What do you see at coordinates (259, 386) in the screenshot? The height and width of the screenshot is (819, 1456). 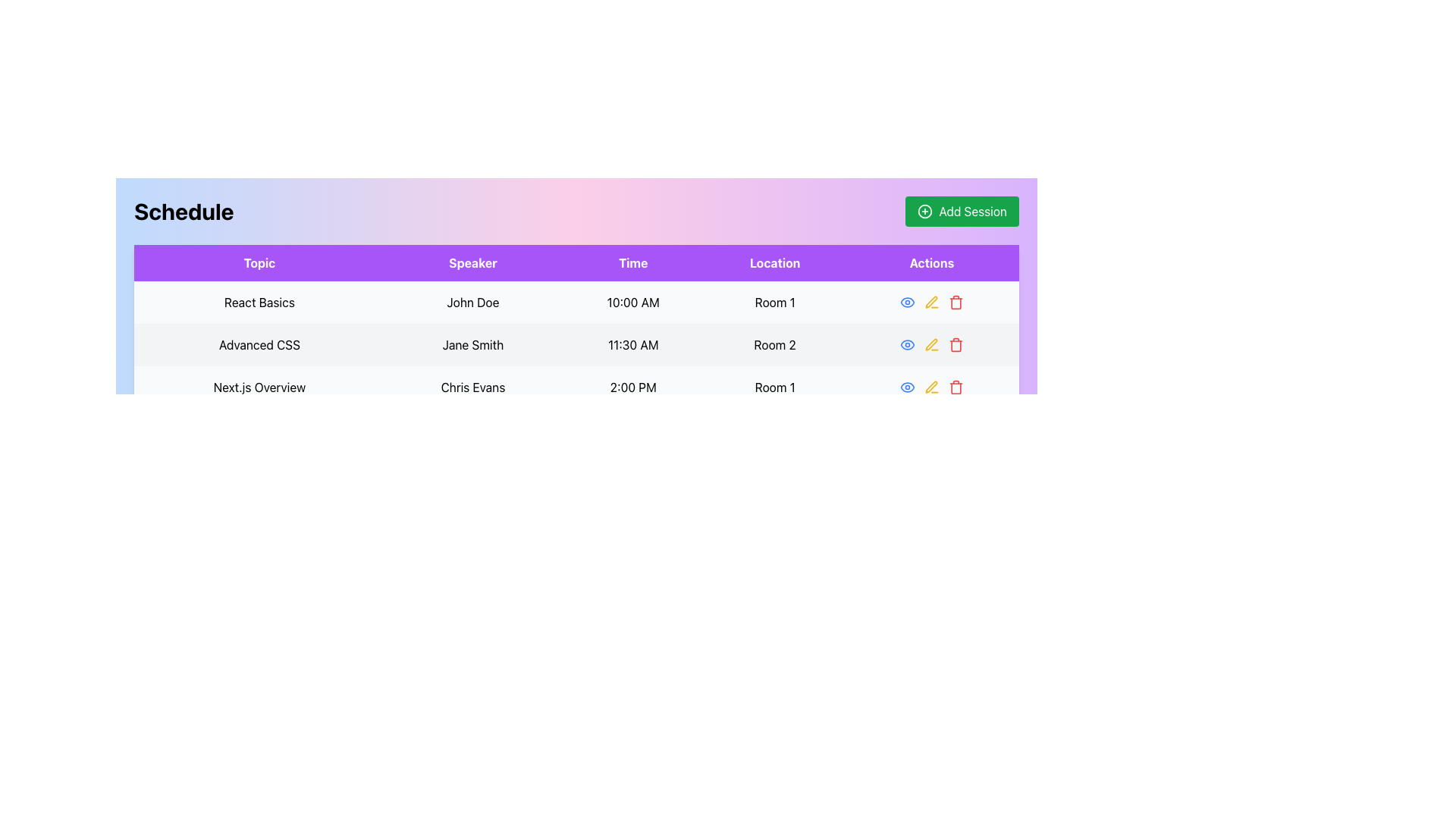 I see `the text label in the conference schedule that indicates the session's title, positioned in the first column of the third row, directly below 'React Basics' and 'Advanced CSS'` at bounding box center [259, 386].